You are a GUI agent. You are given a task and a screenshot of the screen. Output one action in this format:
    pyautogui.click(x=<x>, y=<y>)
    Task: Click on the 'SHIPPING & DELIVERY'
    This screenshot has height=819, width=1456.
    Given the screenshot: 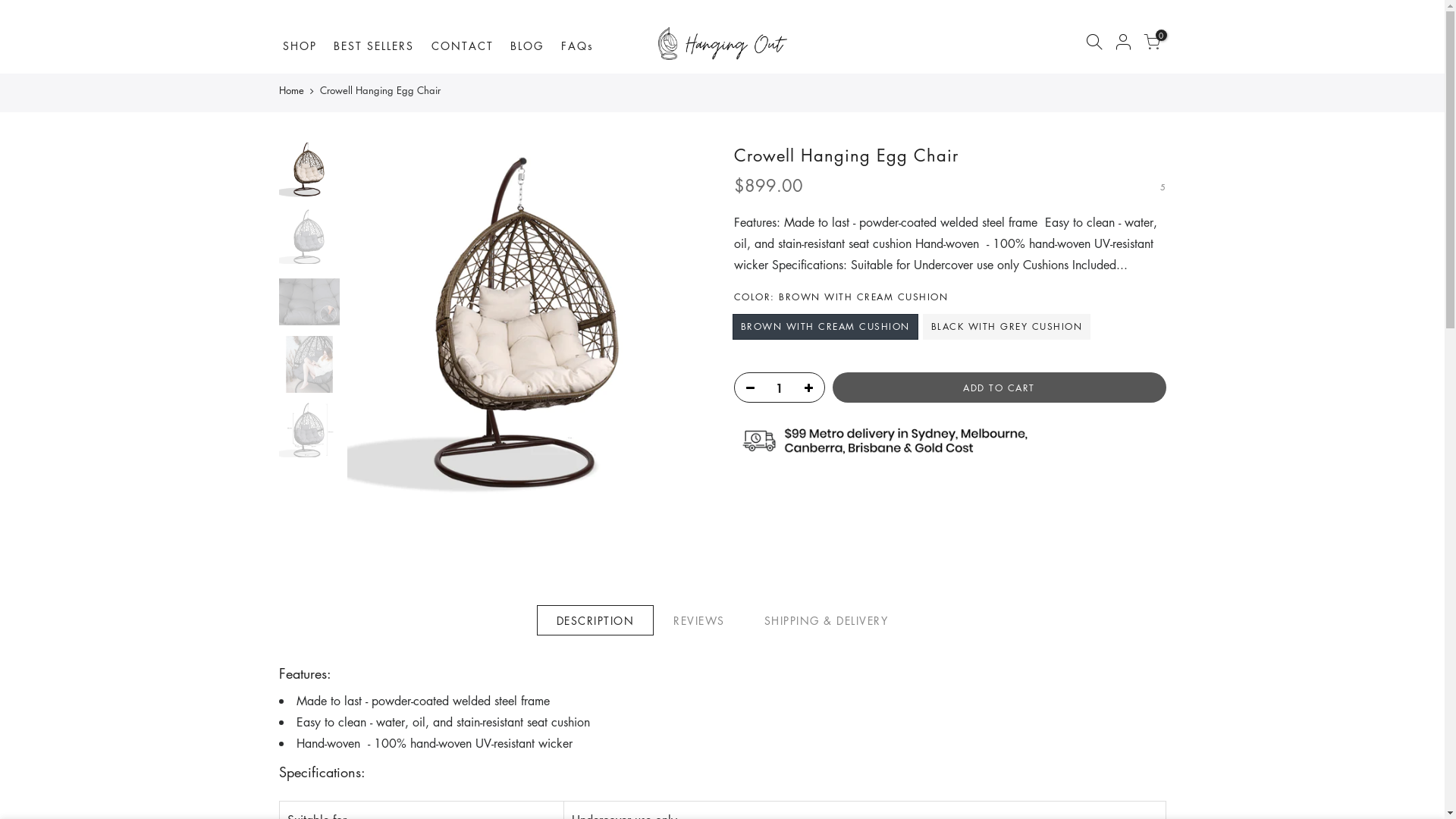 What is the action you would take?
    pyautogui.click(x=825, y=620)
    